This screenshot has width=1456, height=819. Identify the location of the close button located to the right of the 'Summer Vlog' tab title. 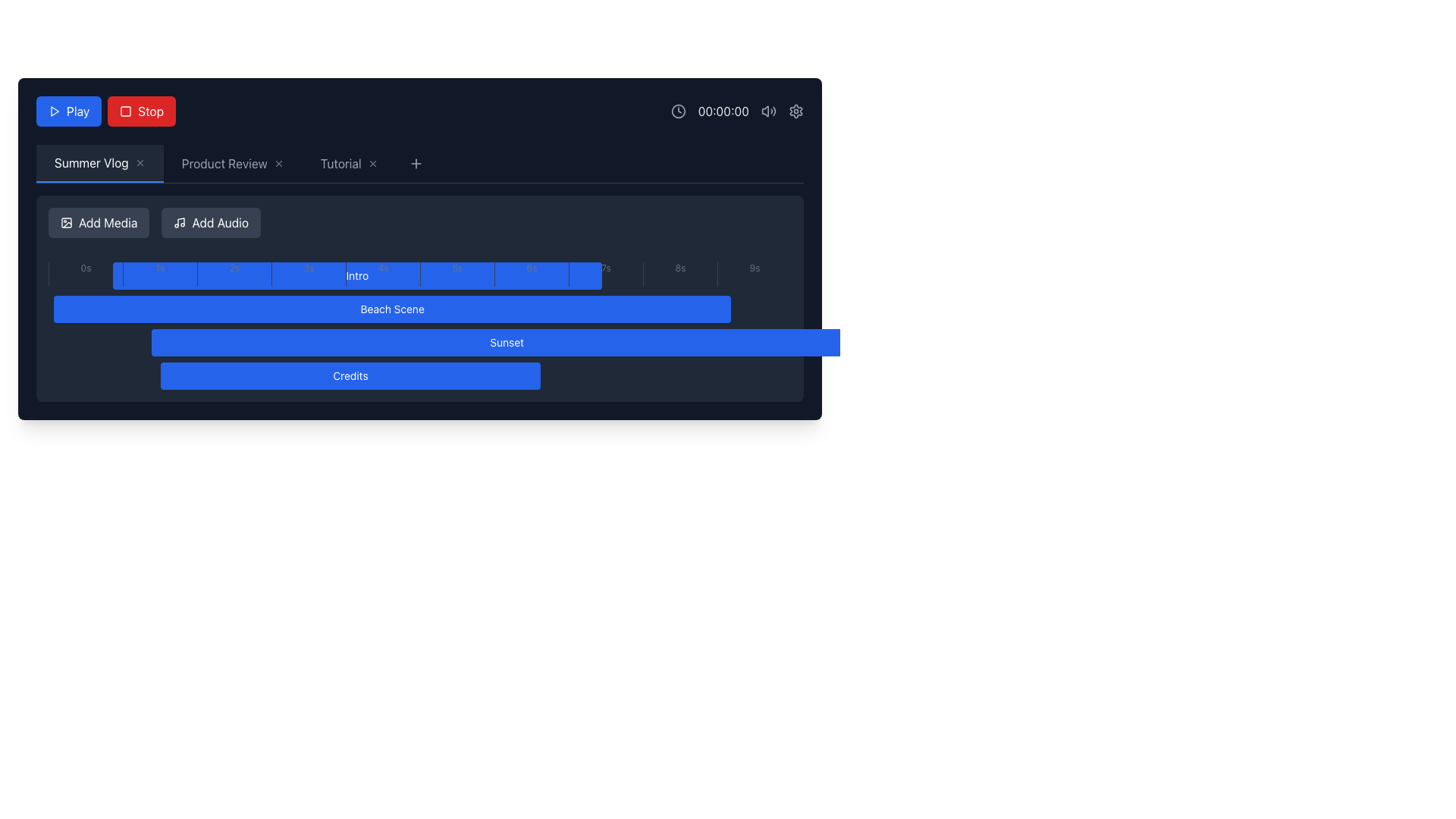
(140, 163).